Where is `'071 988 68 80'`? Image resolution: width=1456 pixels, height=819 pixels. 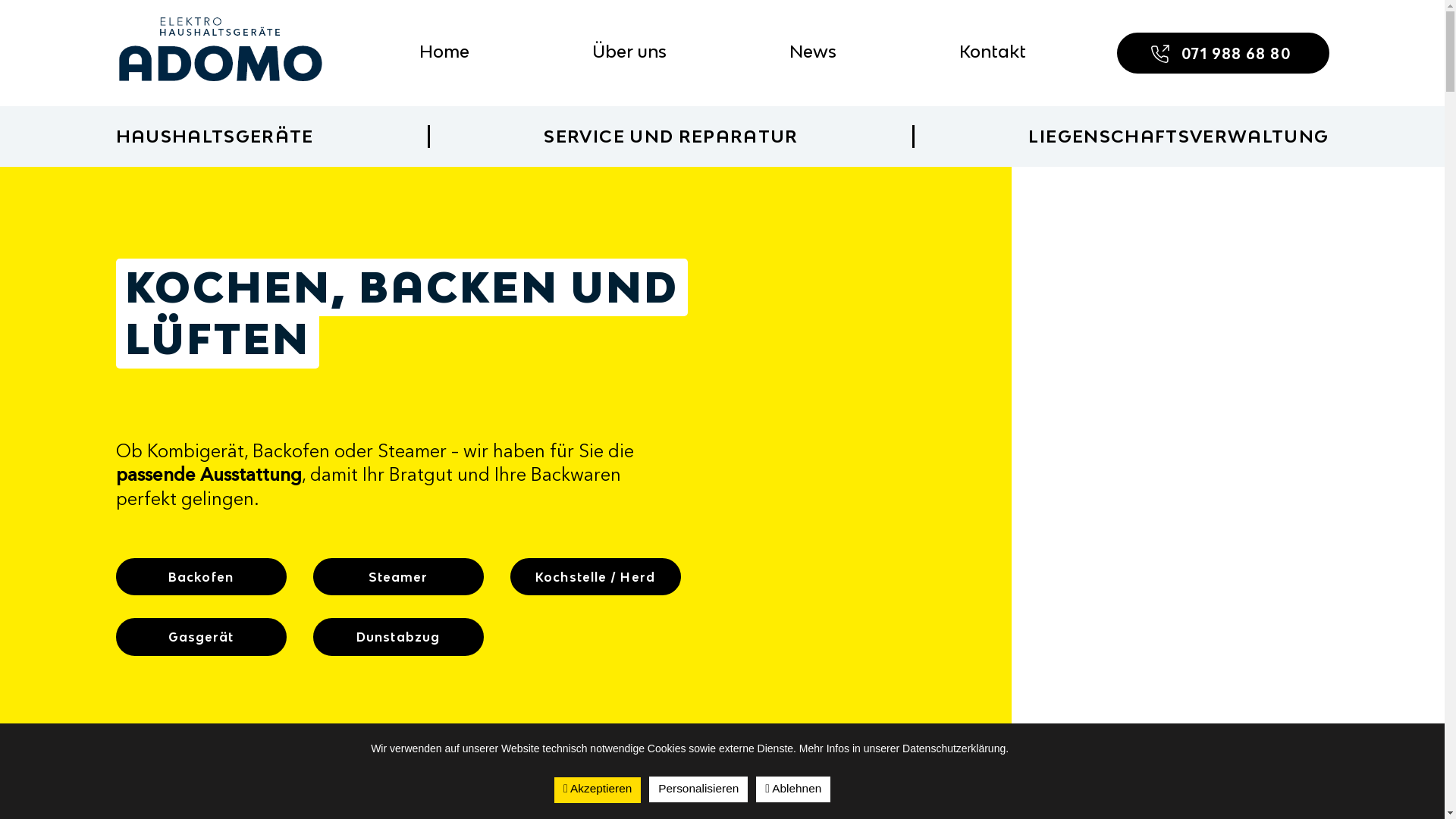 '071 988 68 80' is located at coordinates (1222, 52).